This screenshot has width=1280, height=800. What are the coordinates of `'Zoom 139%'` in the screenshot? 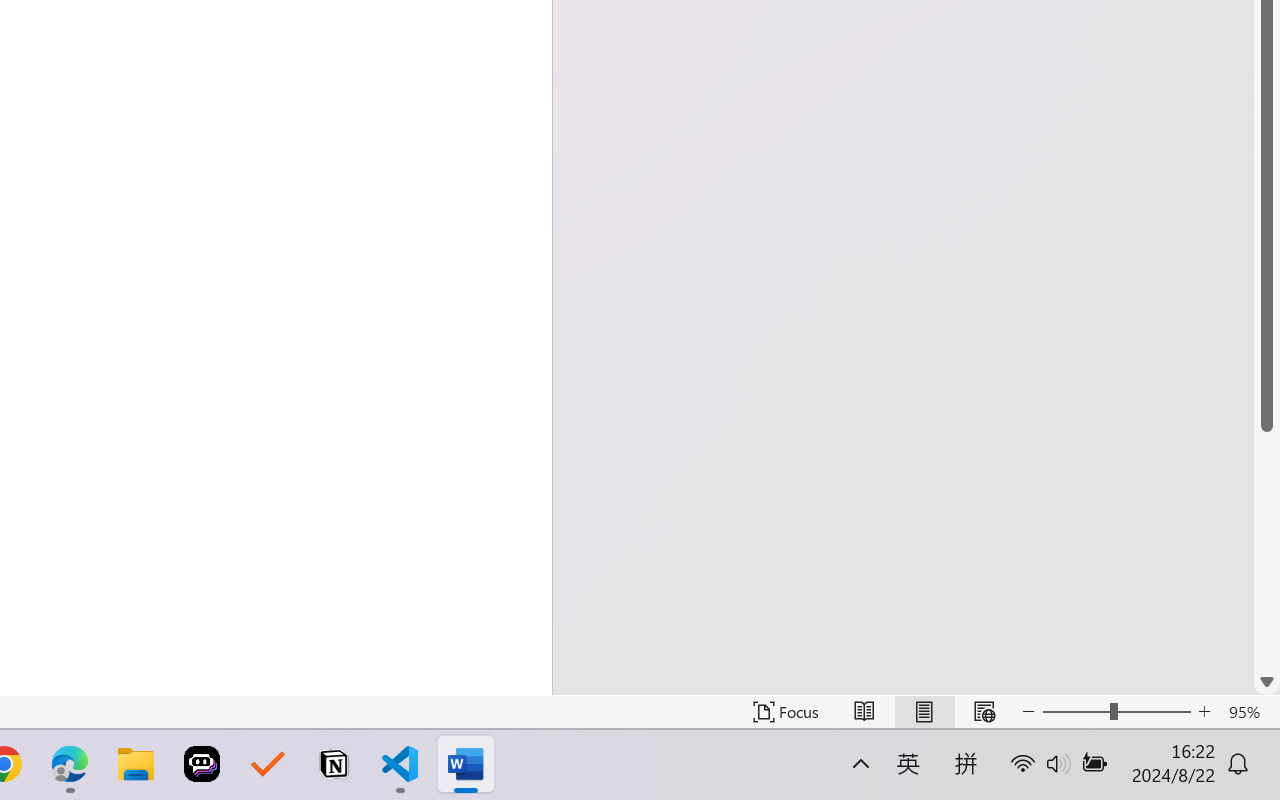 It's located at (1233, 743).